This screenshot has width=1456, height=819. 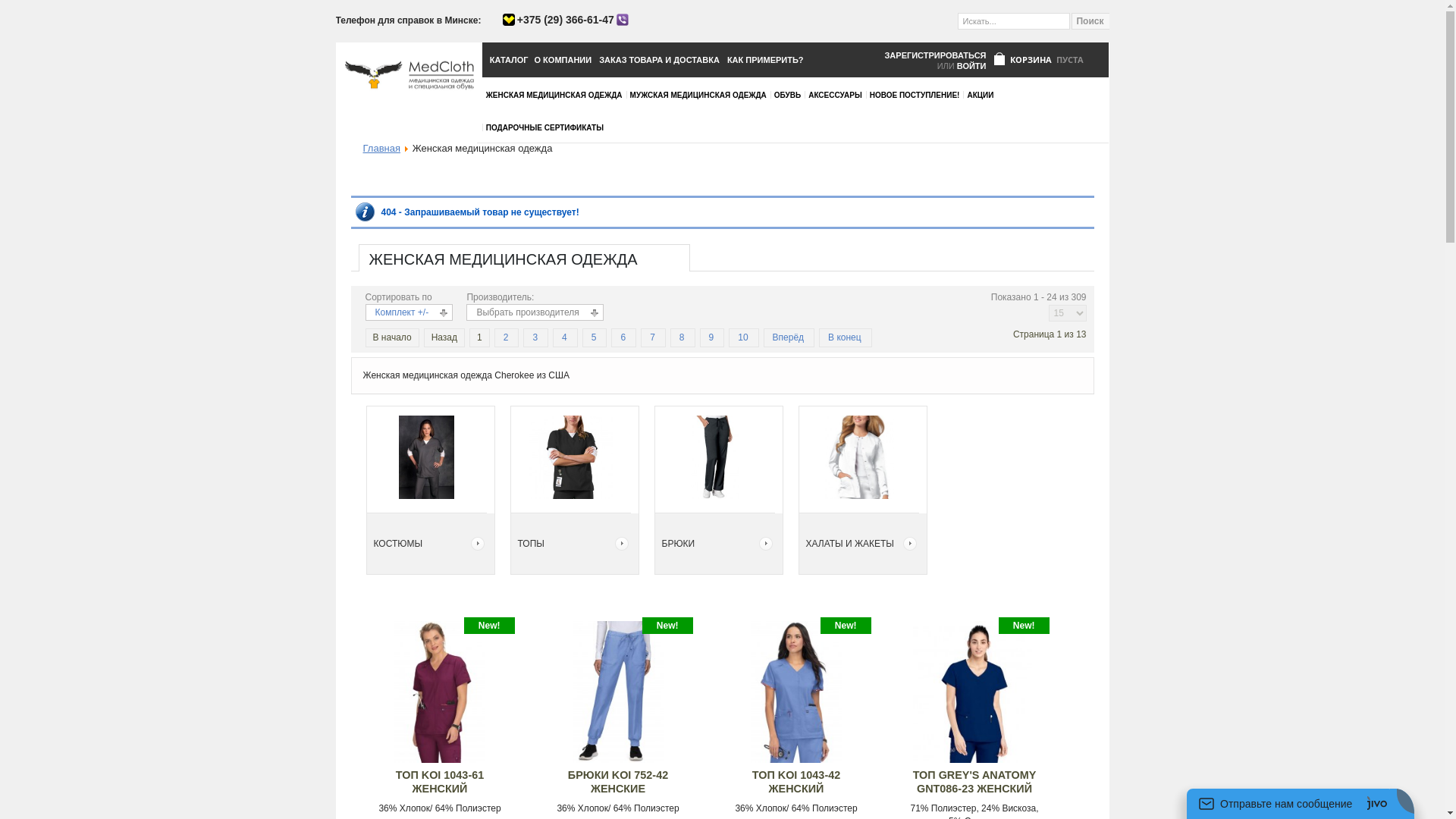 What do you see at coordinates (681, 336) in the screenshot?
I see `'8'` at bounding box center [681, 336].